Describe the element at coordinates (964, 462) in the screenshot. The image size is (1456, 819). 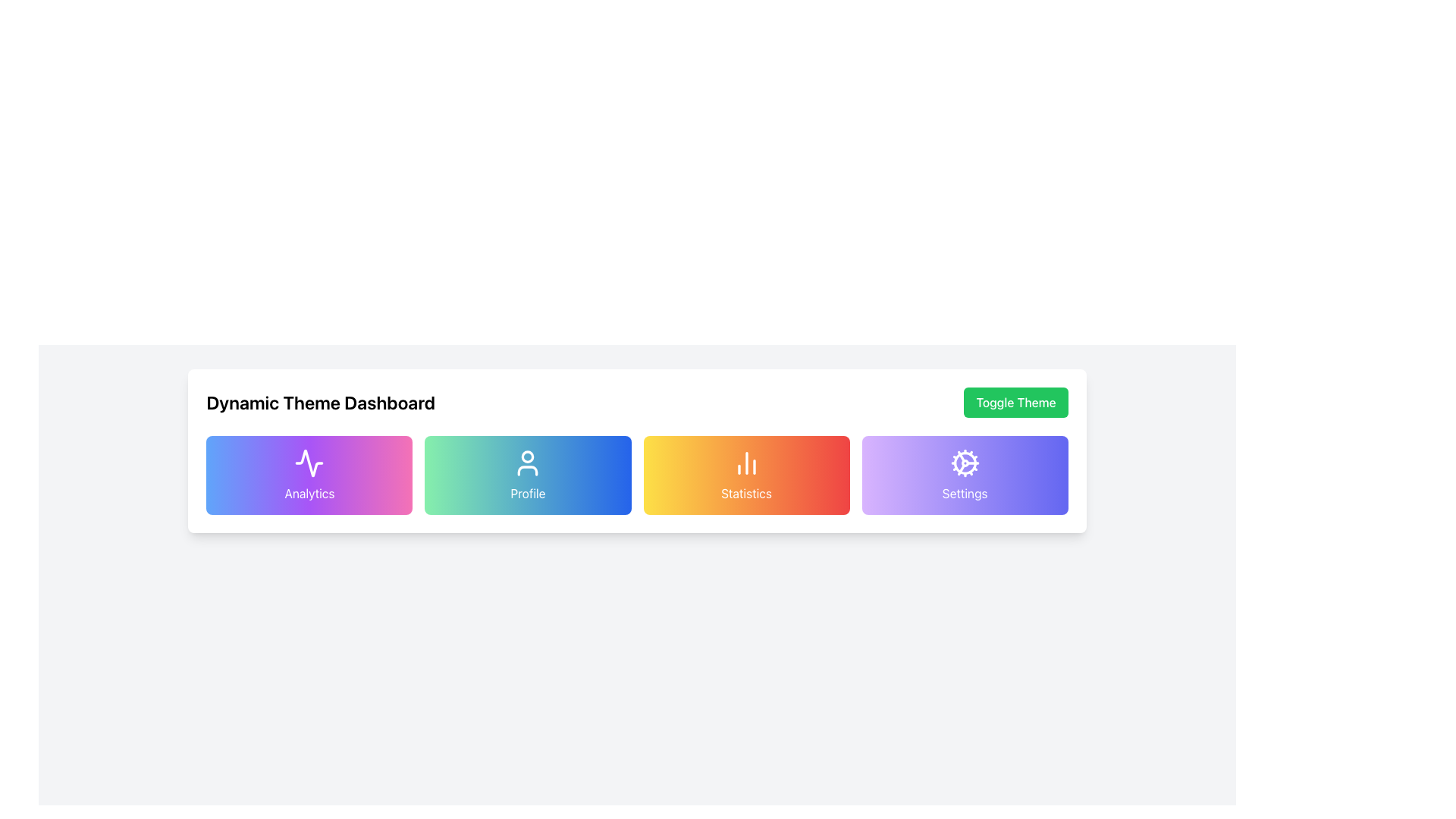
I see `the center of the cog or gear icon, which represents the 'Settings' option in the menu at the bottom of the card` at that location.